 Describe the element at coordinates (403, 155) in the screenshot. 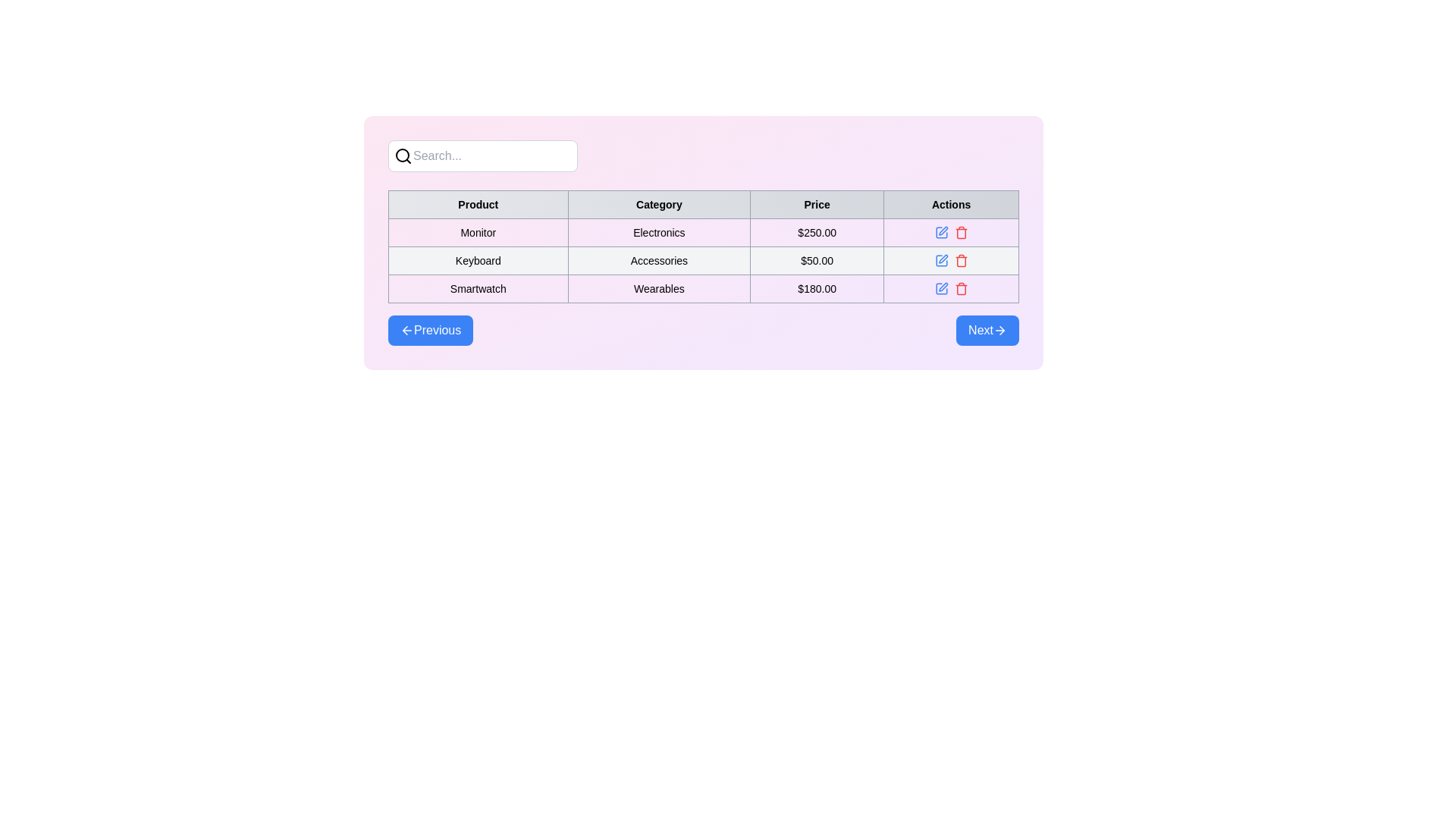

I see `the circular Decorative component located inside the magnifying glass icon at the beginning of the search bar` at that location.